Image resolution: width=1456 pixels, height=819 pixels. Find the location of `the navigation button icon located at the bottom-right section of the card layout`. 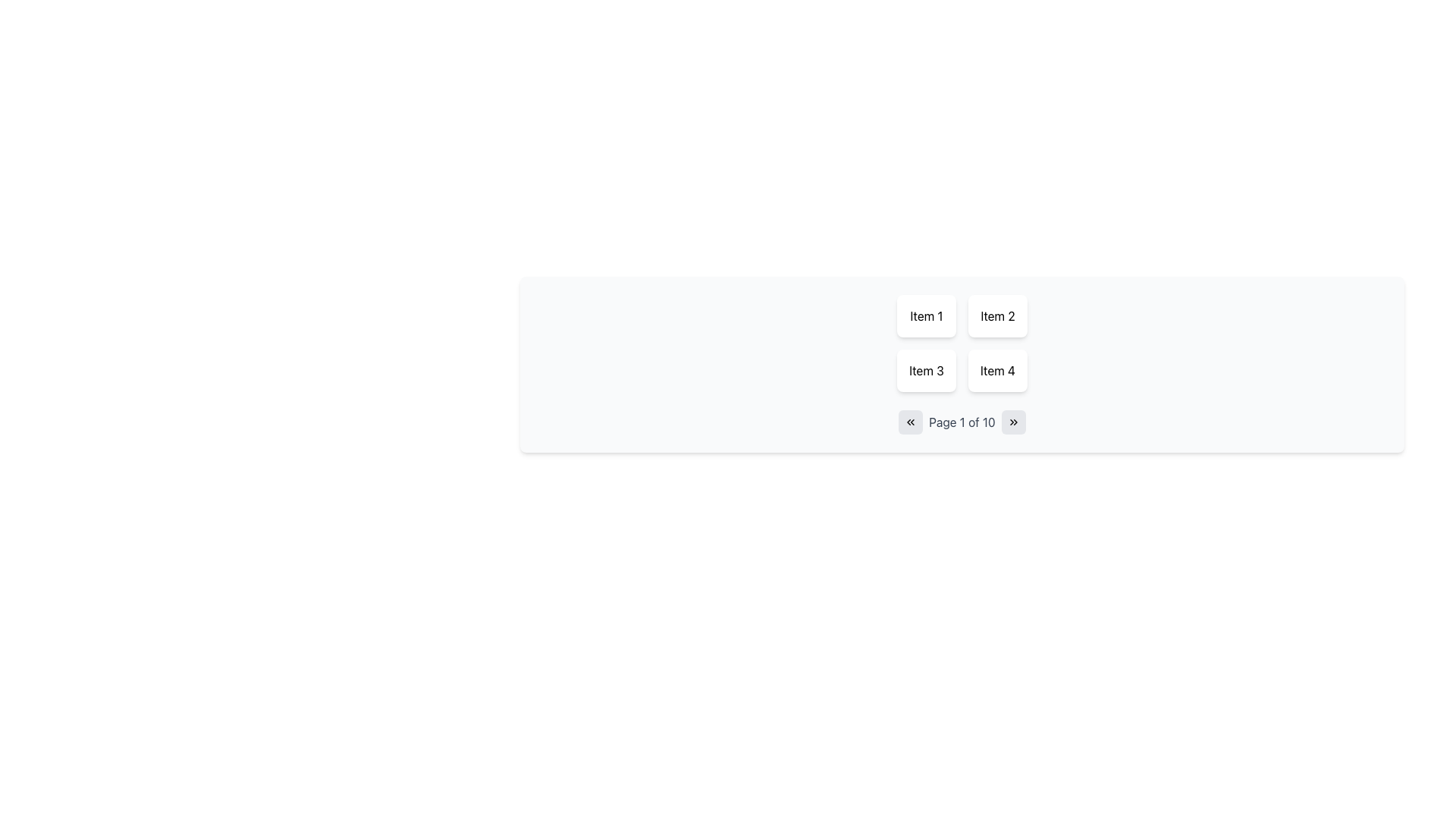

the navigation button icon located at the bottom-right section of the card layout is located at coordinates (1013, 422).